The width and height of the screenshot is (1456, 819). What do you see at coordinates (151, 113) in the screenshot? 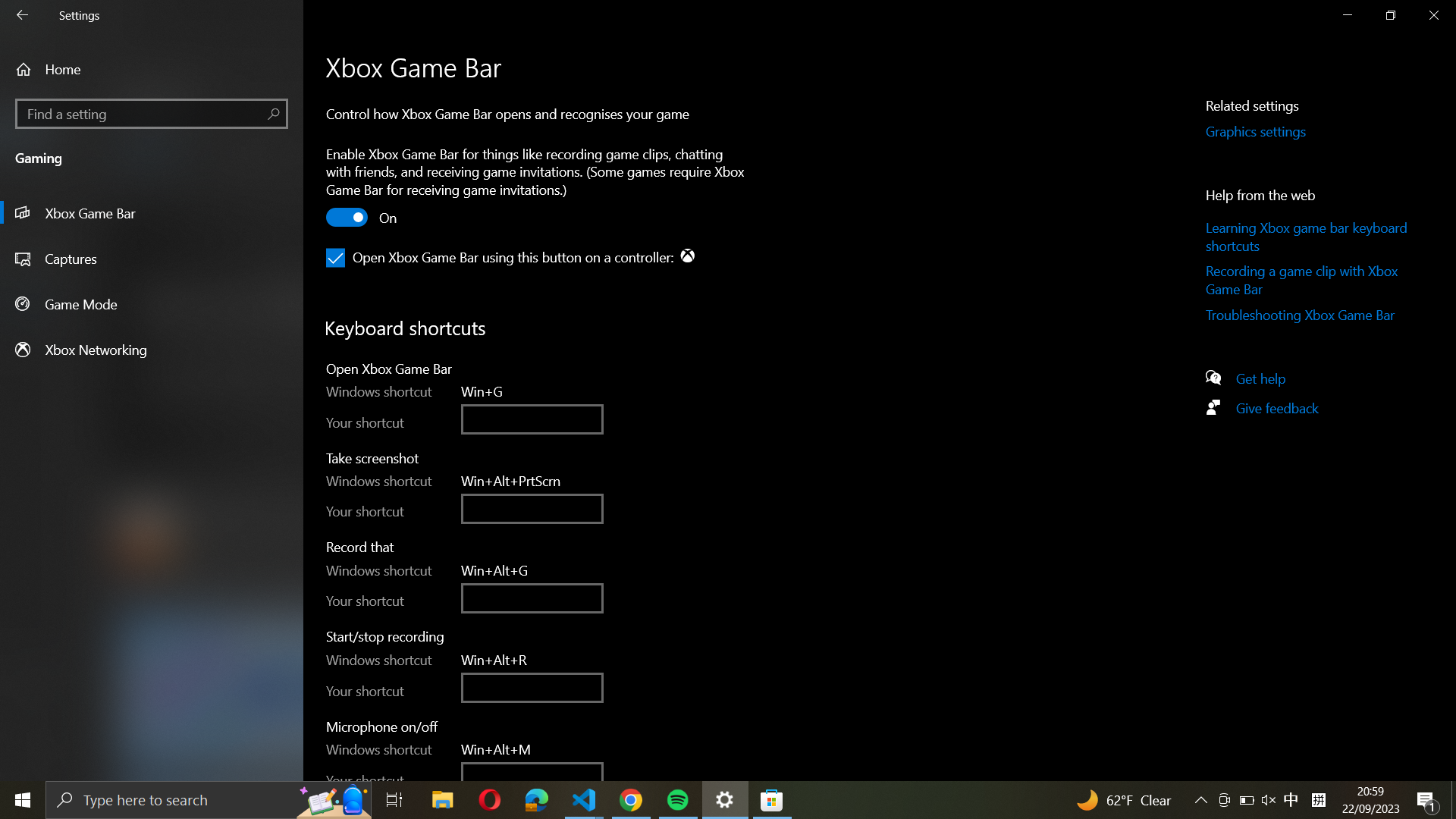
I see `the Find a Setting page` at bounding box center [151, 113].